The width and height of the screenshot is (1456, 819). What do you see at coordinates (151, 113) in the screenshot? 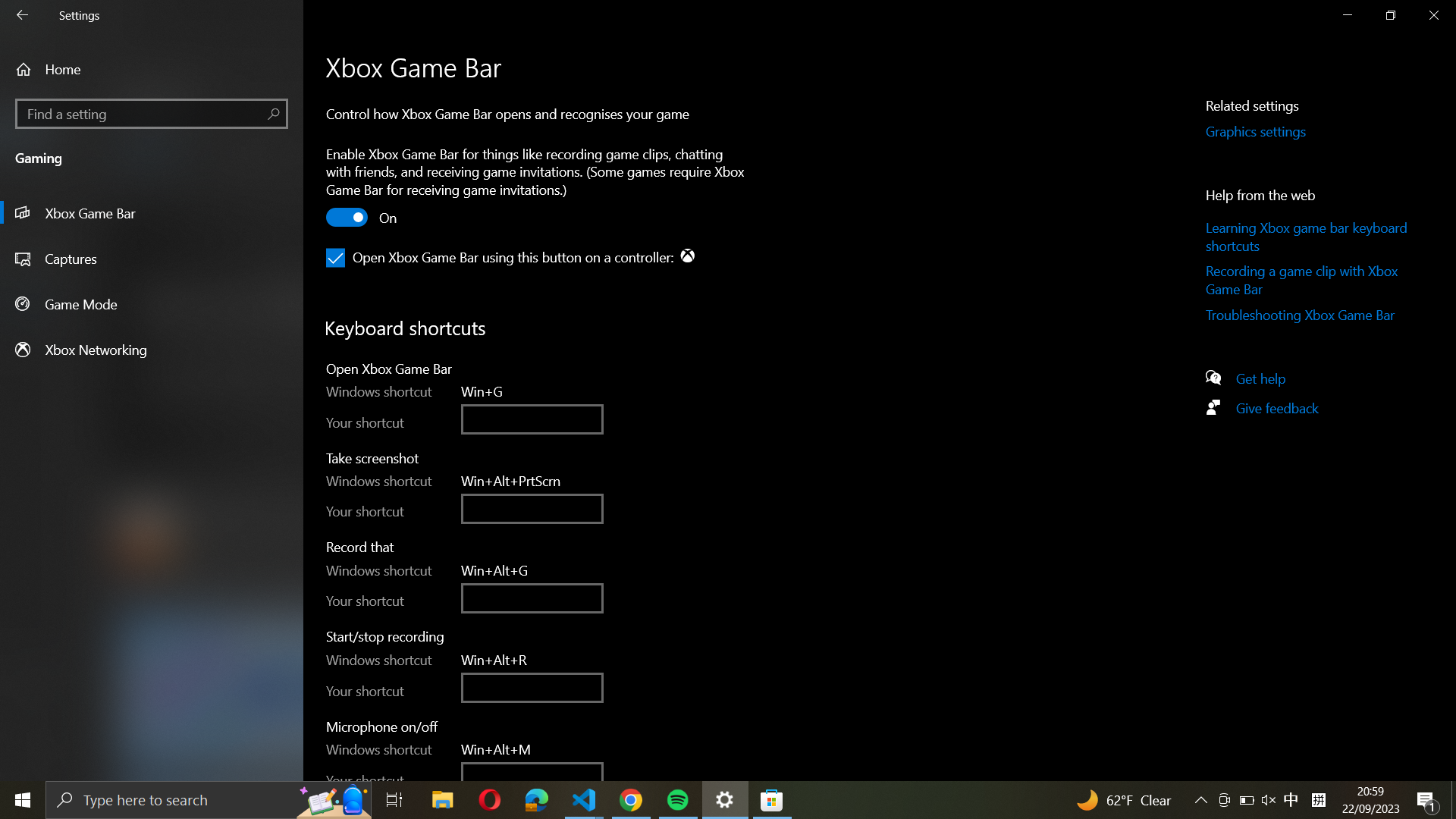
I see `the Find a Setting page` at bounding box center [151, 113].